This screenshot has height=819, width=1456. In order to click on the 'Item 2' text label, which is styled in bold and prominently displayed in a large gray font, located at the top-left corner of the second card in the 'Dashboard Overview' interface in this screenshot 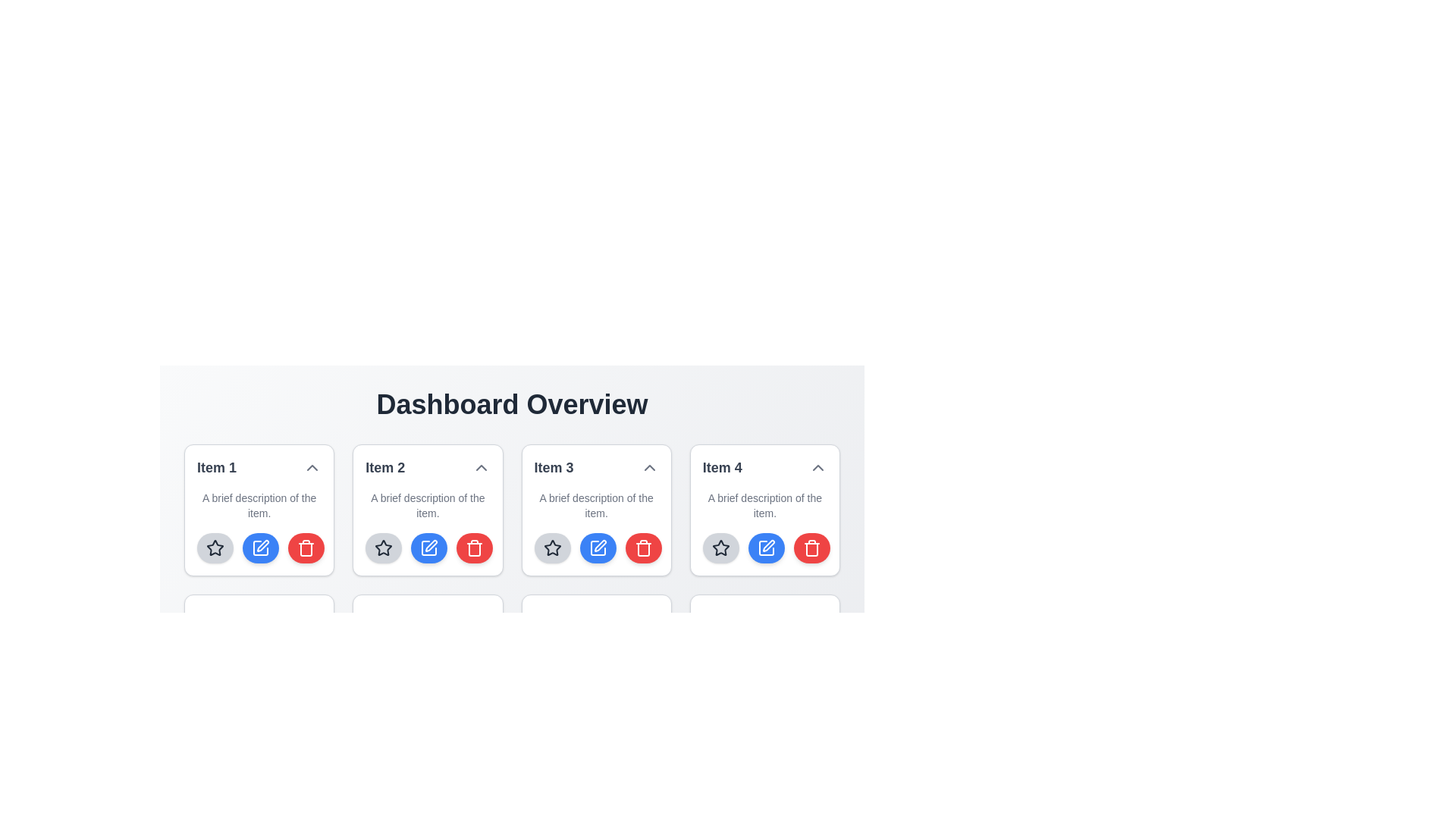, I will do `click(385, 467)`.